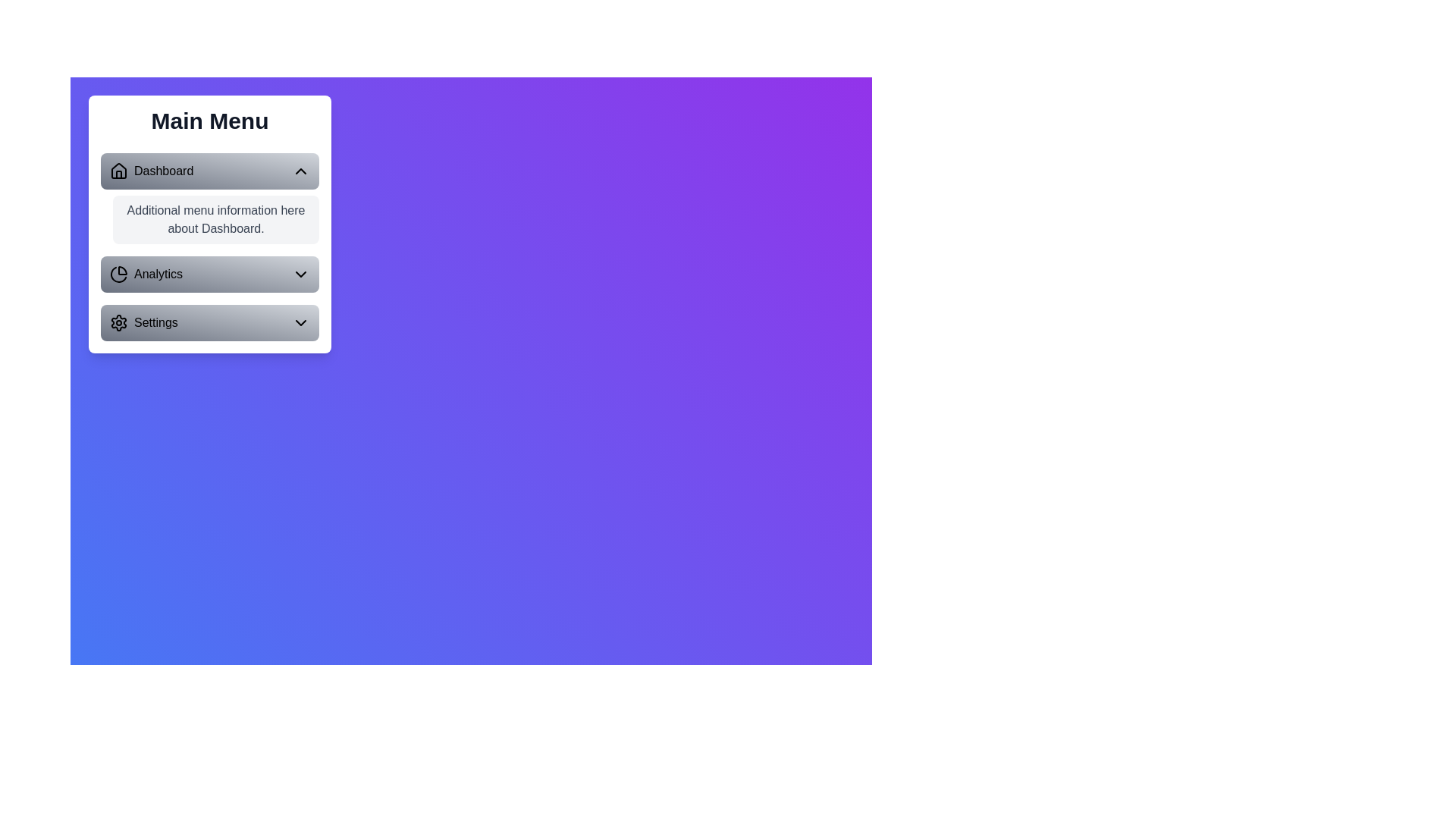  What do you see at coordinates (118, 275) in the screenshot?
I see `the leftmost icon representing the Analytics section of the main menu` at bounding box center [118, 275].